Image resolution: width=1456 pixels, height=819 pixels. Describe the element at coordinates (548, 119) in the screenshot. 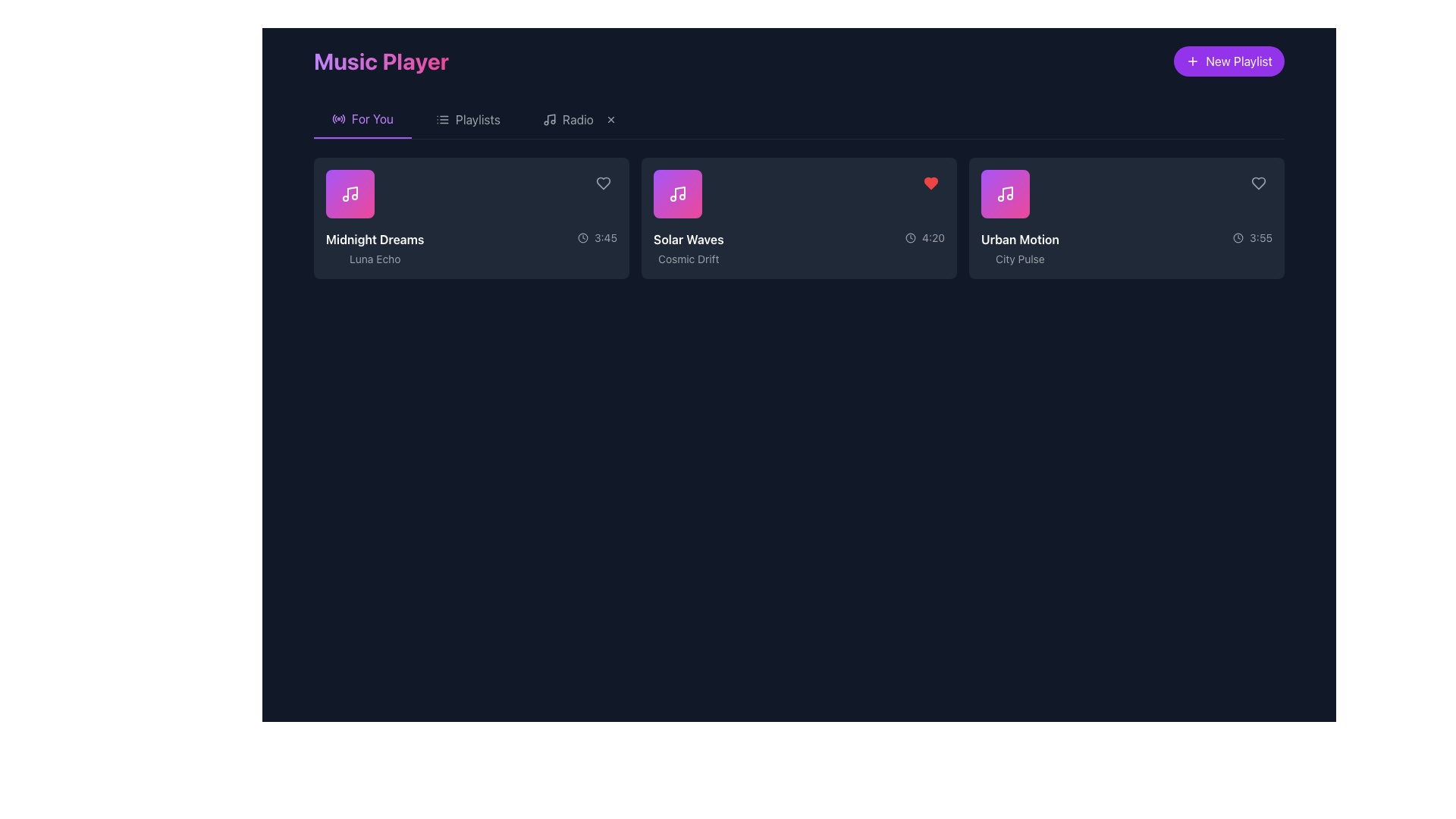

I see `the musical note icon located to the left of the 'Radio' text in the top center navigation menu` at that location.